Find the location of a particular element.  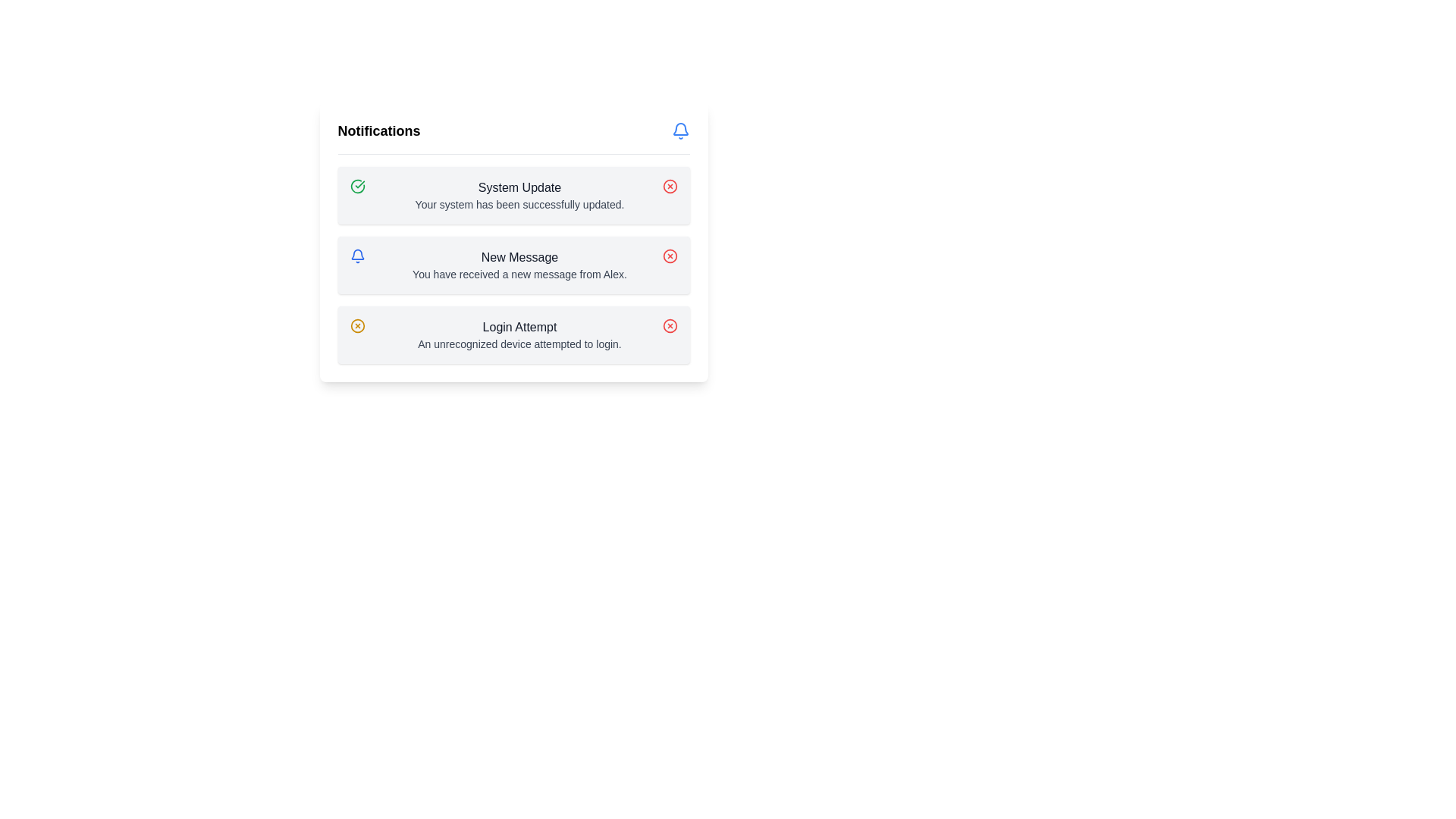

the notification item from sender Alex, which is the second item in the vertical list of notifications is located at coordinates (519, 265).